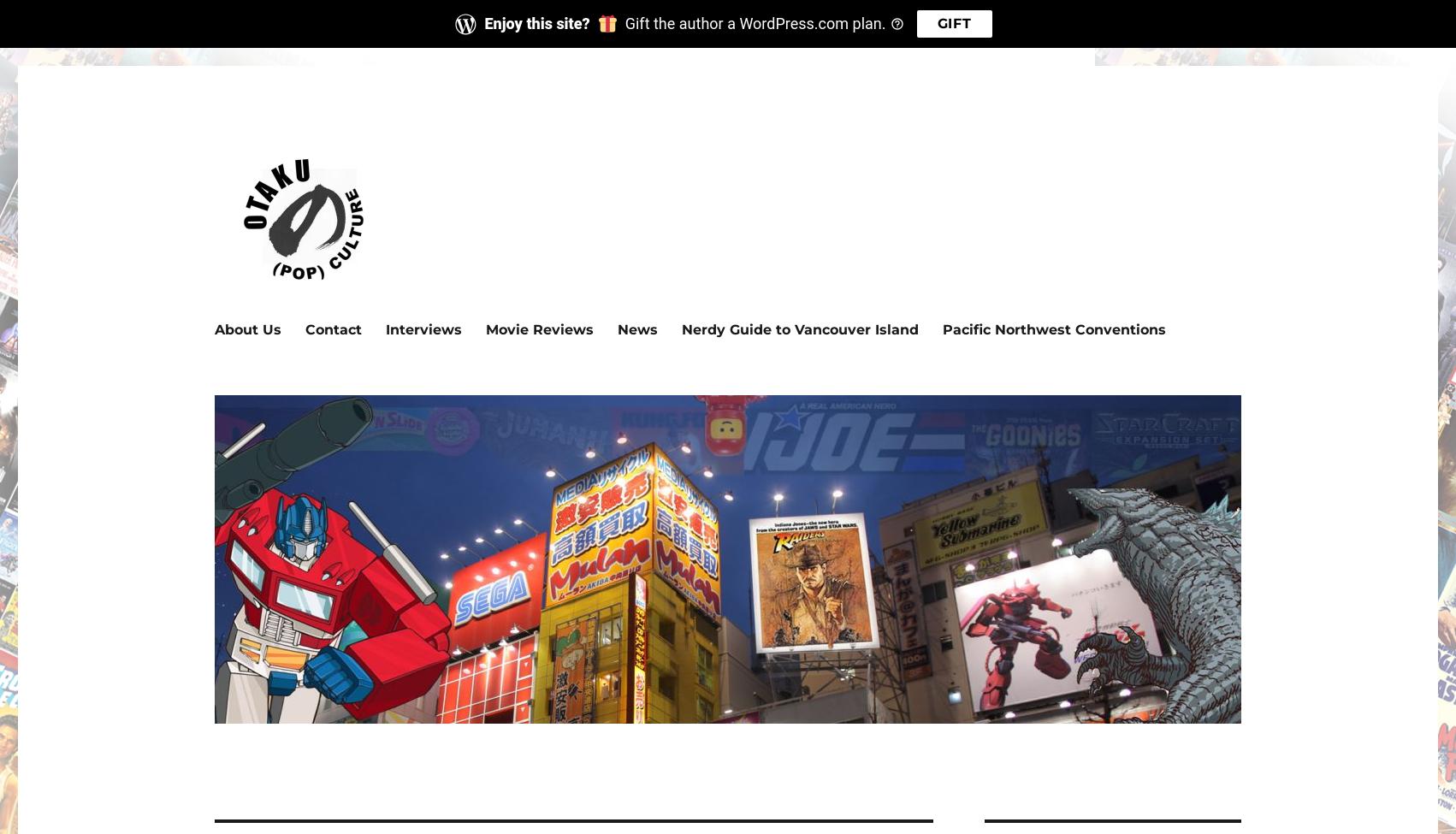  Describe the element at coordinates (333, 328) in the screenshot. I see `'Contact'` at that location.